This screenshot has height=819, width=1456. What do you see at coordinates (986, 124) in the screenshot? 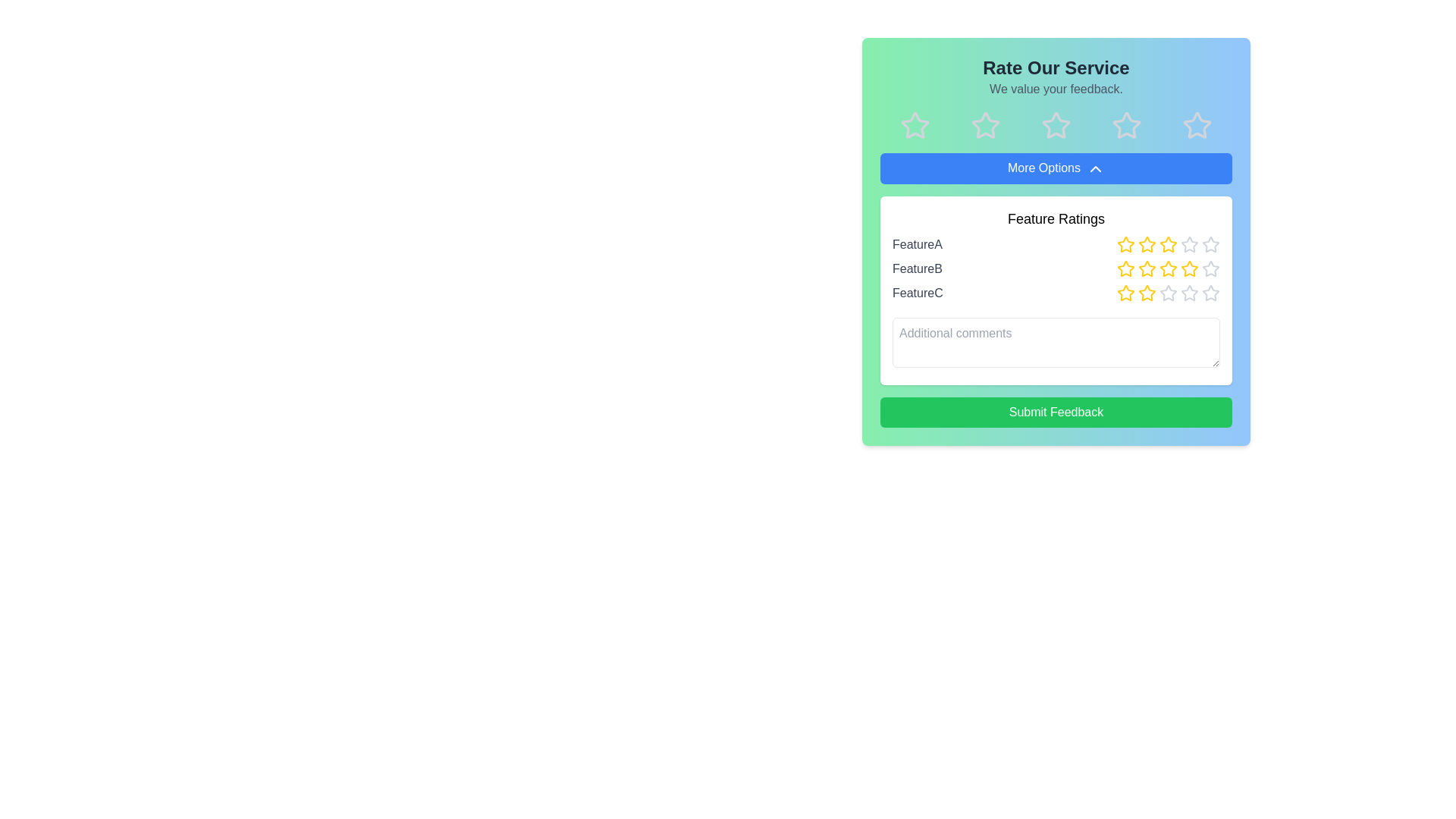
I see `the second star-shaped rating icon with a gray outline and transparent fill, located near the top of the feedback form under the title 'Rate Our Service'` at bounding box center [986, 124].